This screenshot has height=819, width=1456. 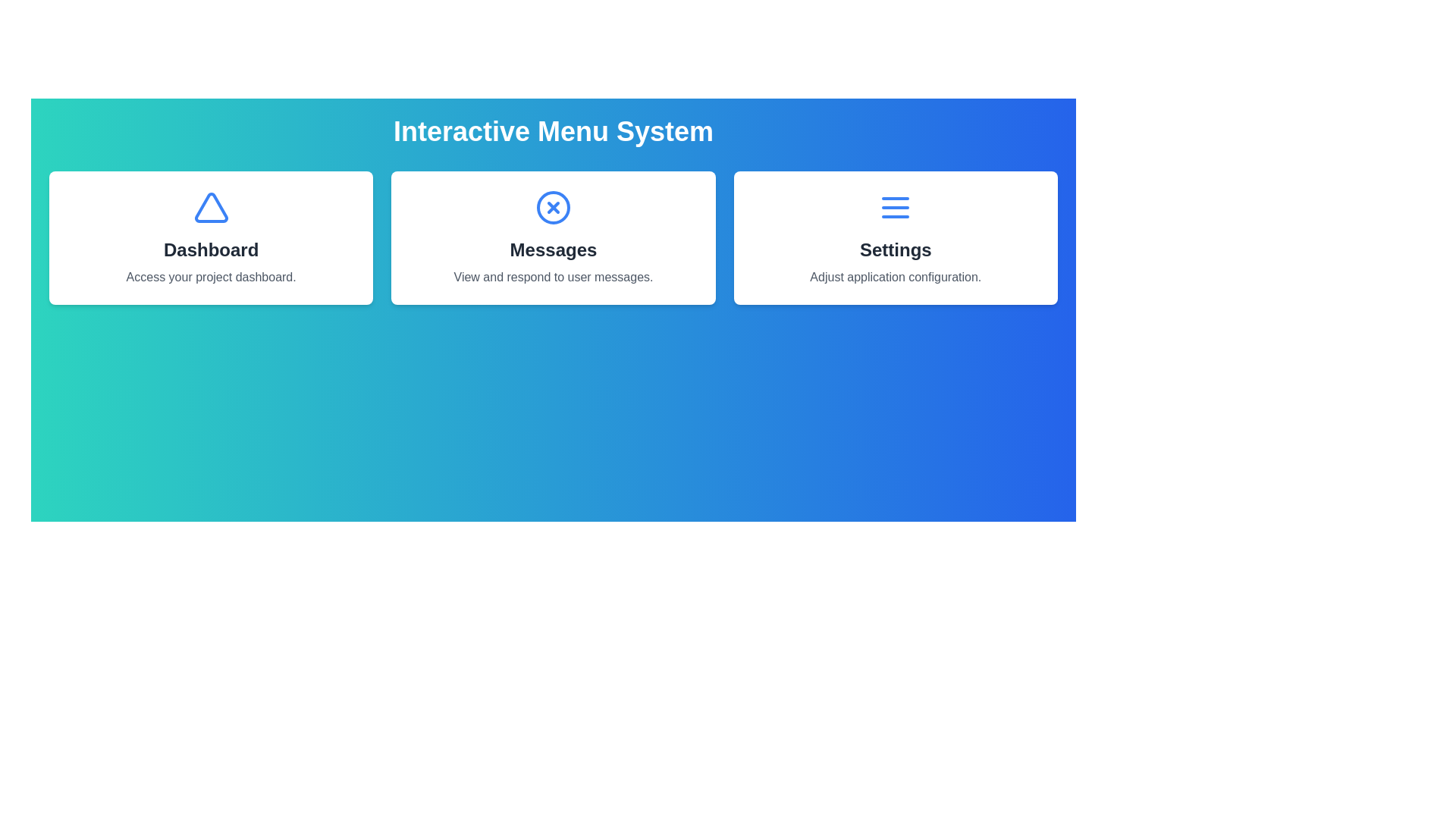 I want to click on the circular icon with a blue border and a blue 'X' symbol at its center, located in the center of the Messages section above the text 'Messages', so click(x=552, y=207).